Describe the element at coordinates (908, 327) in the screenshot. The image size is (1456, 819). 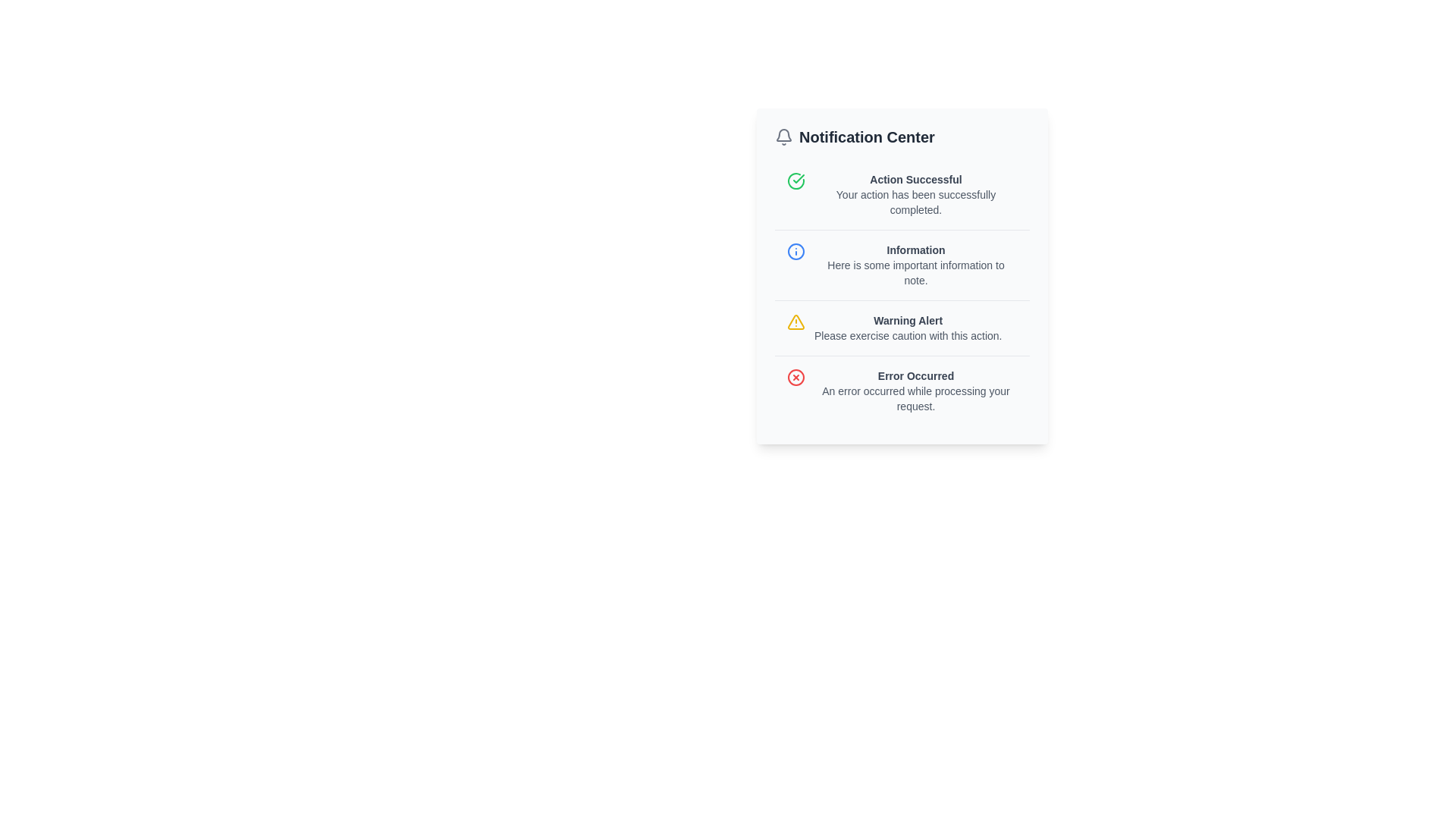
I see `information from the 'Warning Alert' text block, which is the third item in the vertical list within the 'Notification Center' panel, located centrally beneath the 'Information' notification and above the 'Error Occurred' notification` at that location.